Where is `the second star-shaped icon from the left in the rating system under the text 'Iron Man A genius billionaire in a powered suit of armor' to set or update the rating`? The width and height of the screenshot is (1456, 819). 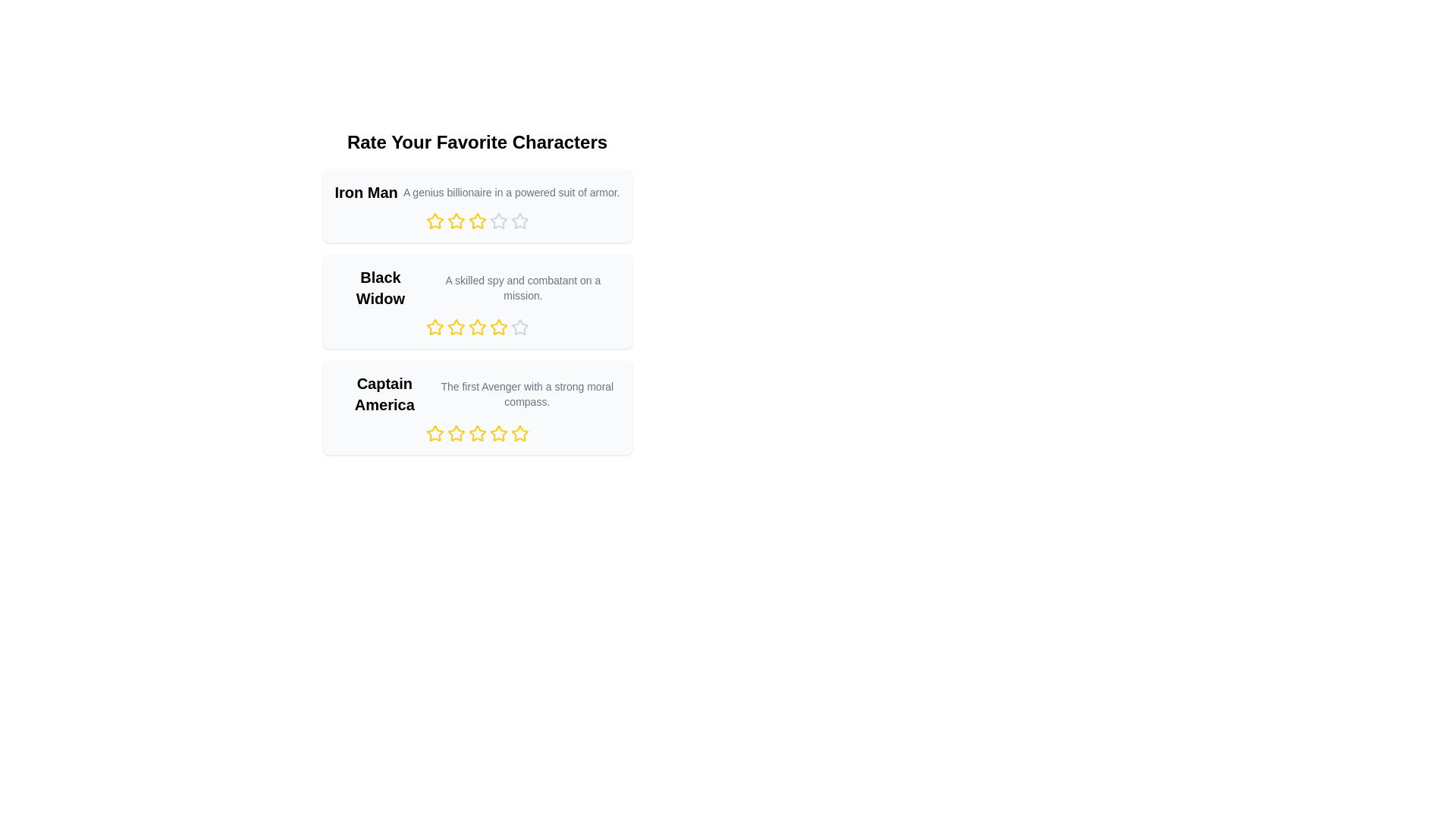
the second star-shaped icon from the left in the rating system under the text 'Iron Man A genius billionaire in a powered suit of armor' to set or update the rating is located at coordinates (455, 221).